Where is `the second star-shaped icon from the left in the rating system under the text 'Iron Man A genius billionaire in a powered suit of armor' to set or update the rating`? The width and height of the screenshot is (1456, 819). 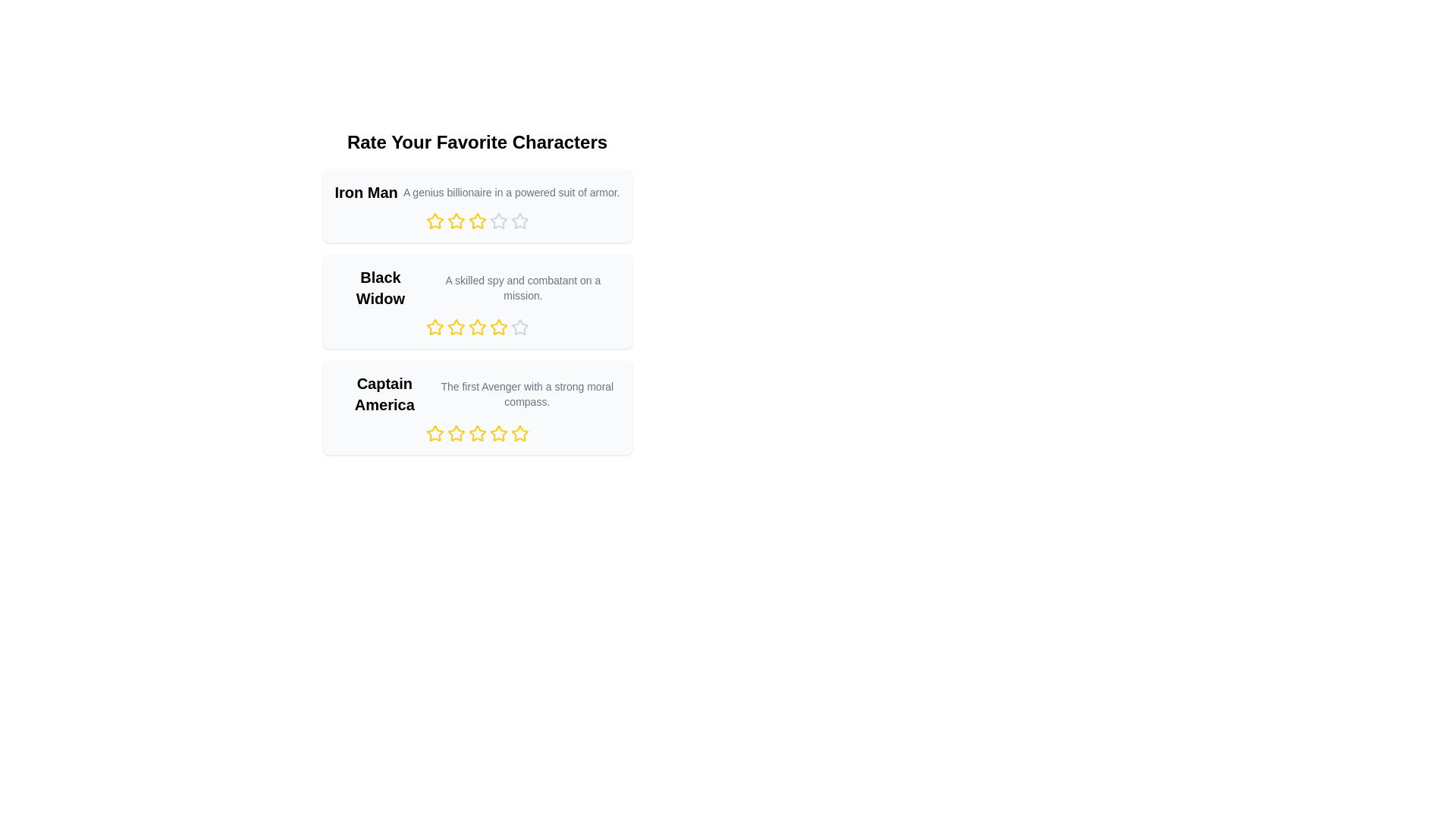
the second star-shaped icon from the left in the rating system under the text 'Iron Man A genius billionaire in a powered suit of armor' to set or update the rating is located at coordinates (455, 221).